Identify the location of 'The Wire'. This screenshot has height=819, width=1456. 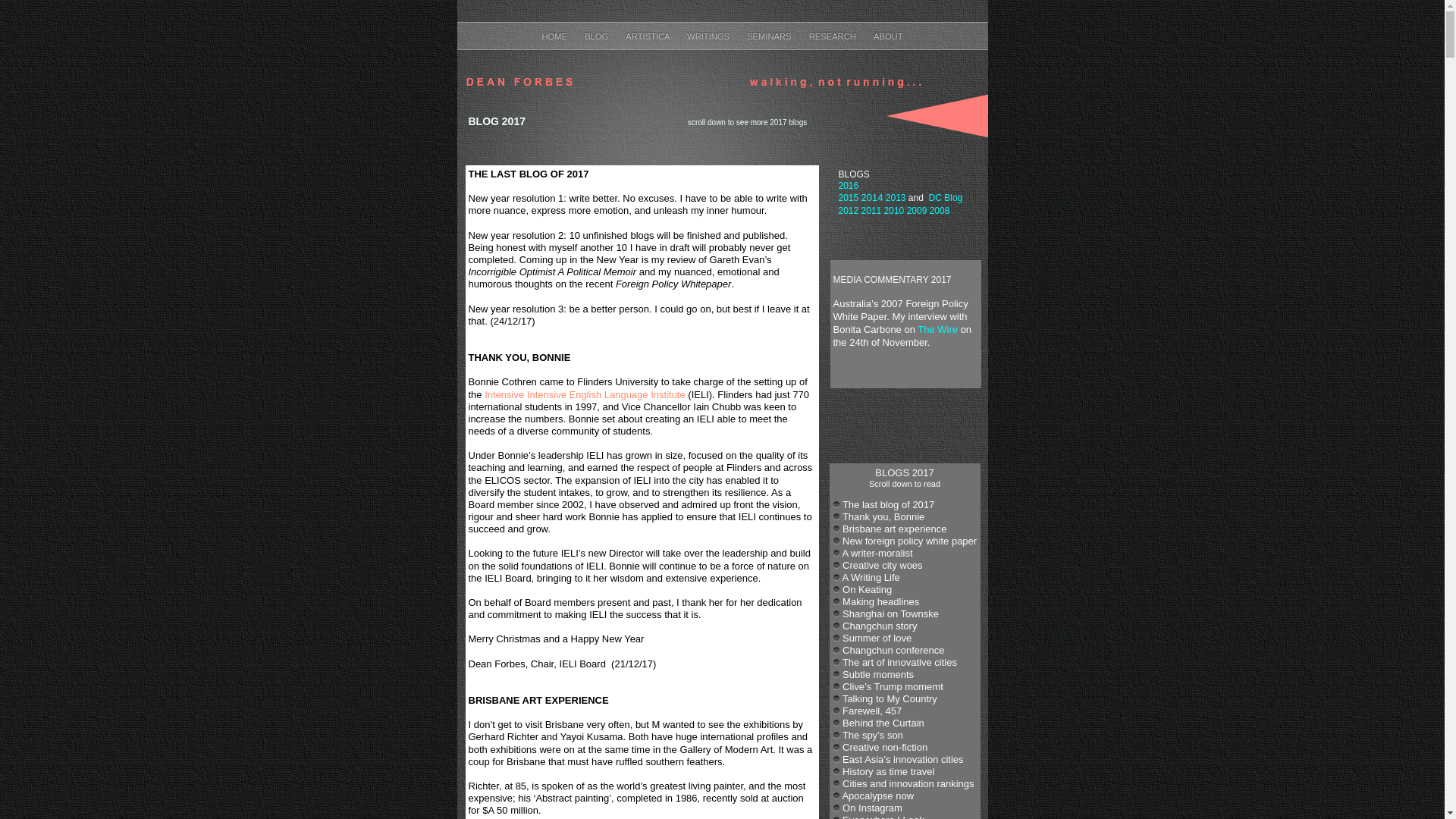
(937, 328).